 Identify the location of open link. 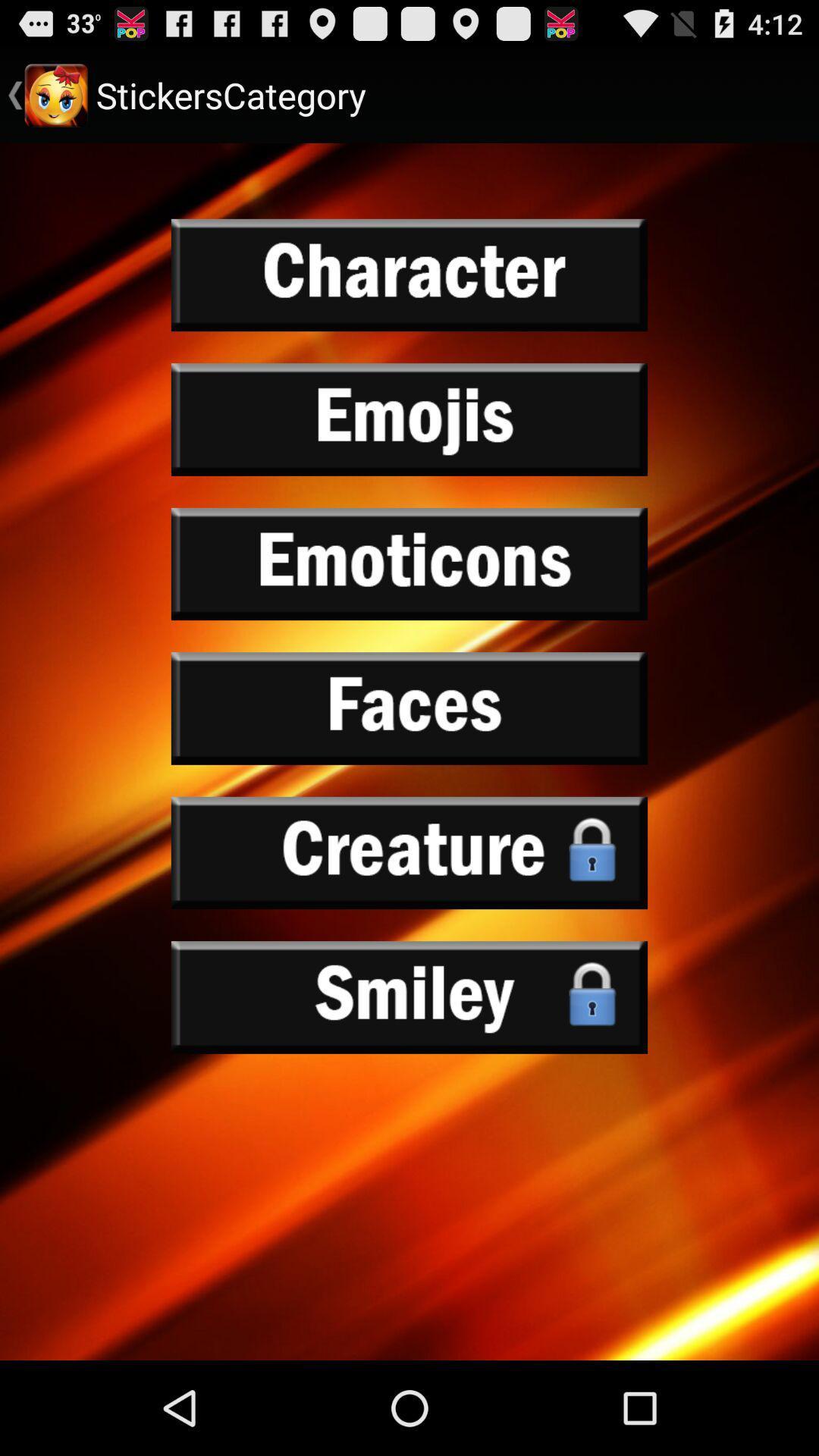
(409, 275).